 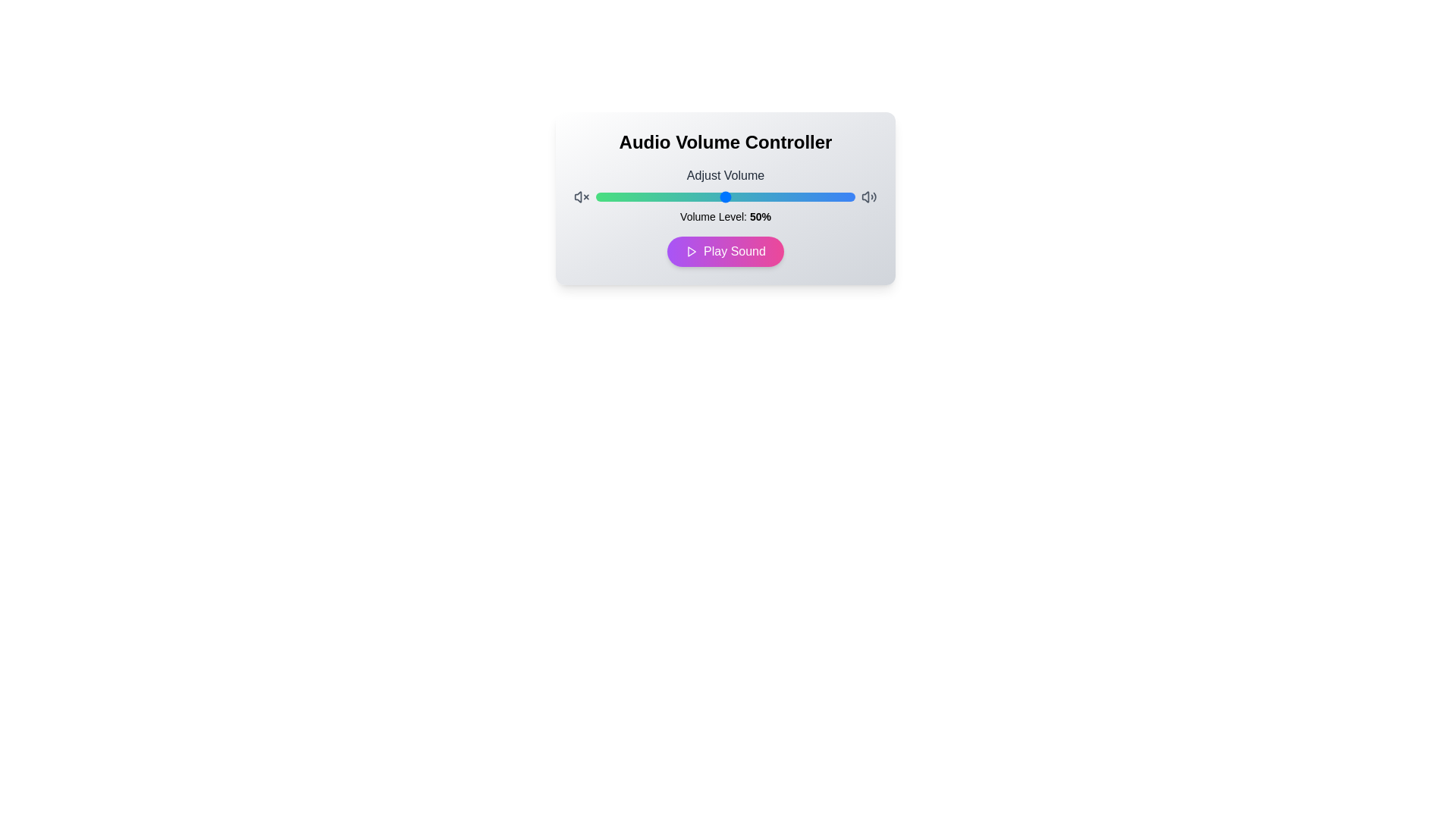 What do you see at coordinates (847, 196) in the screenshot?
I see `the volume to 97% using the slider` at bounding box center [847, 196].